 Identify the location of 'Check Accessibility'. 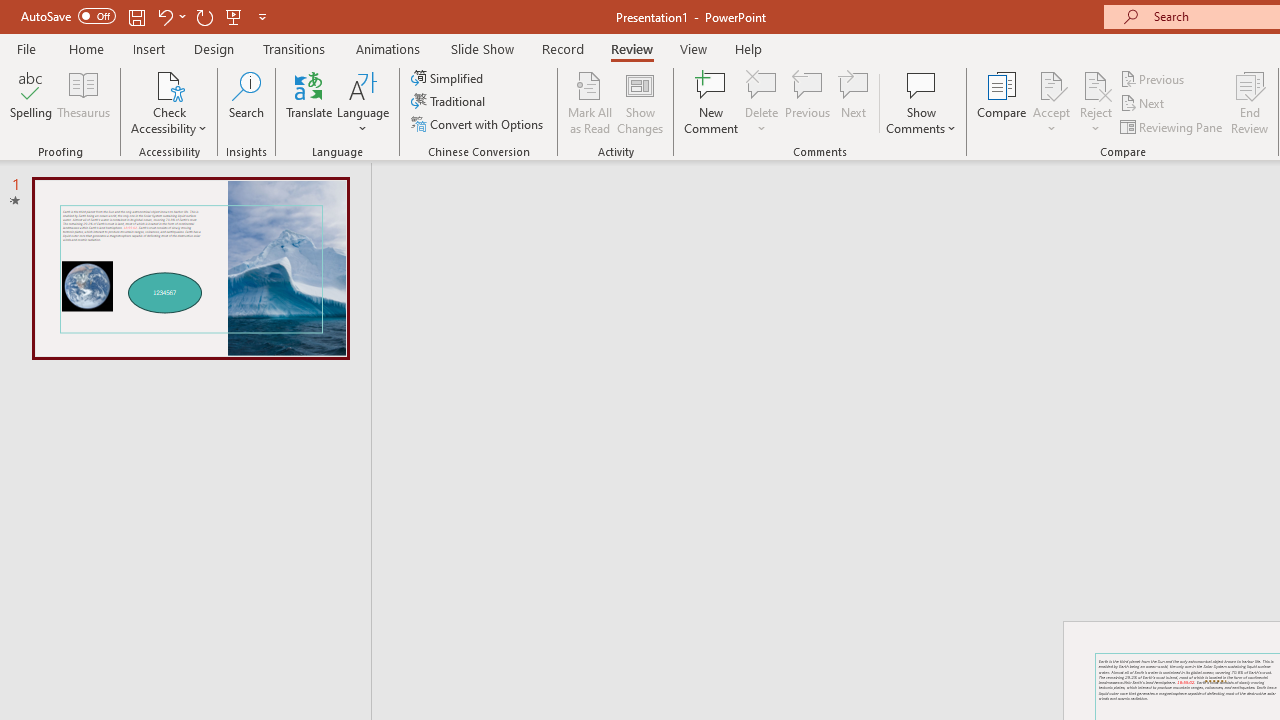
(169, 103).